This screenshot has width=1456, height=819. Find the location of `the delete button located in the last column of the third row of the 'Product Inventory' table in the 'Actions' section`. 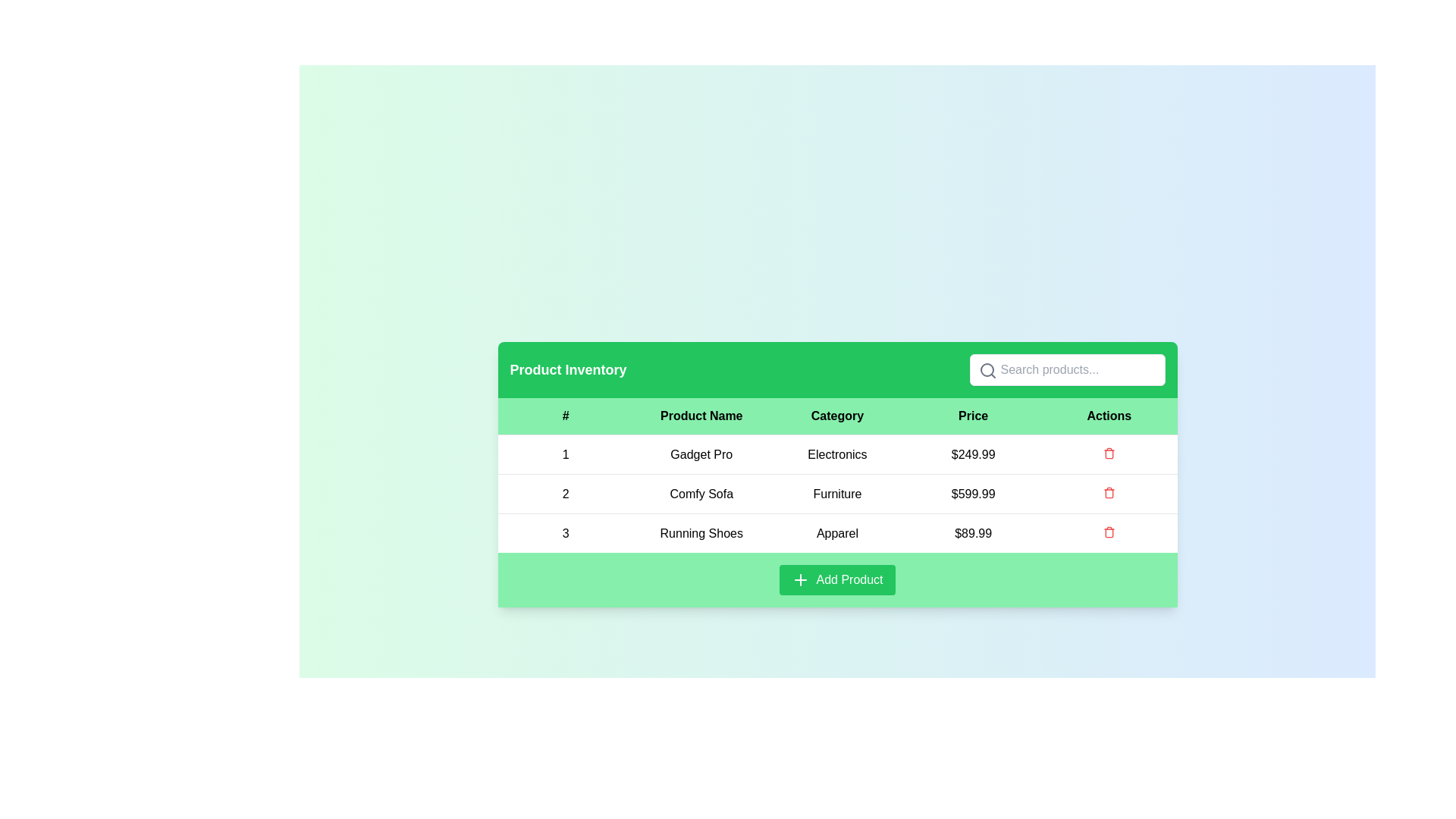

the delete button located in the last column of the third row of the 'Product Inventory' table in the 'Actions' section is located at coordinates (1109, 532).